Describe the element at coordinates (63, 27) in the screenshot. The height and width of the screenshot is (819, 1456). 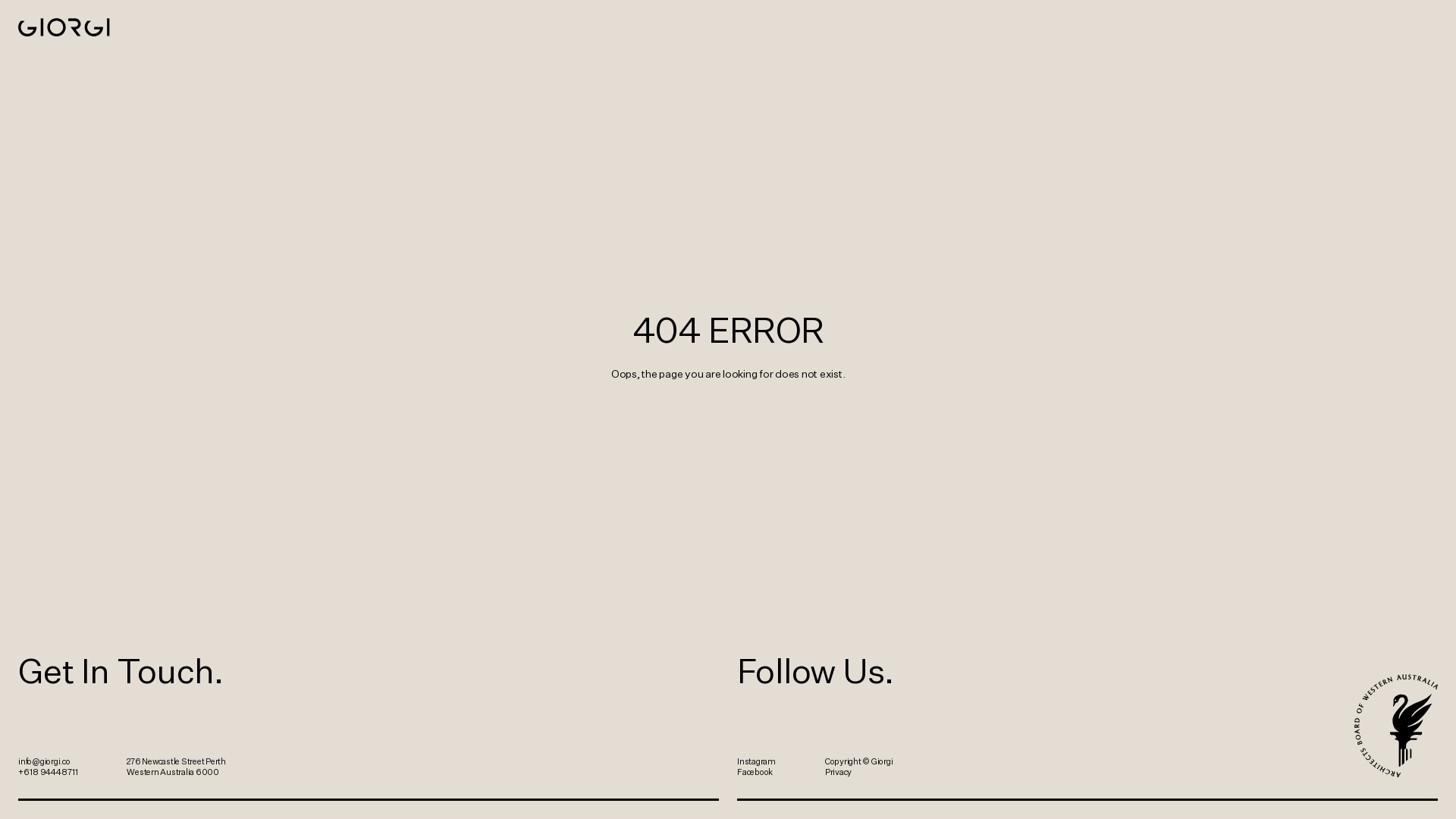
I see `'Giorgi'` at that location.